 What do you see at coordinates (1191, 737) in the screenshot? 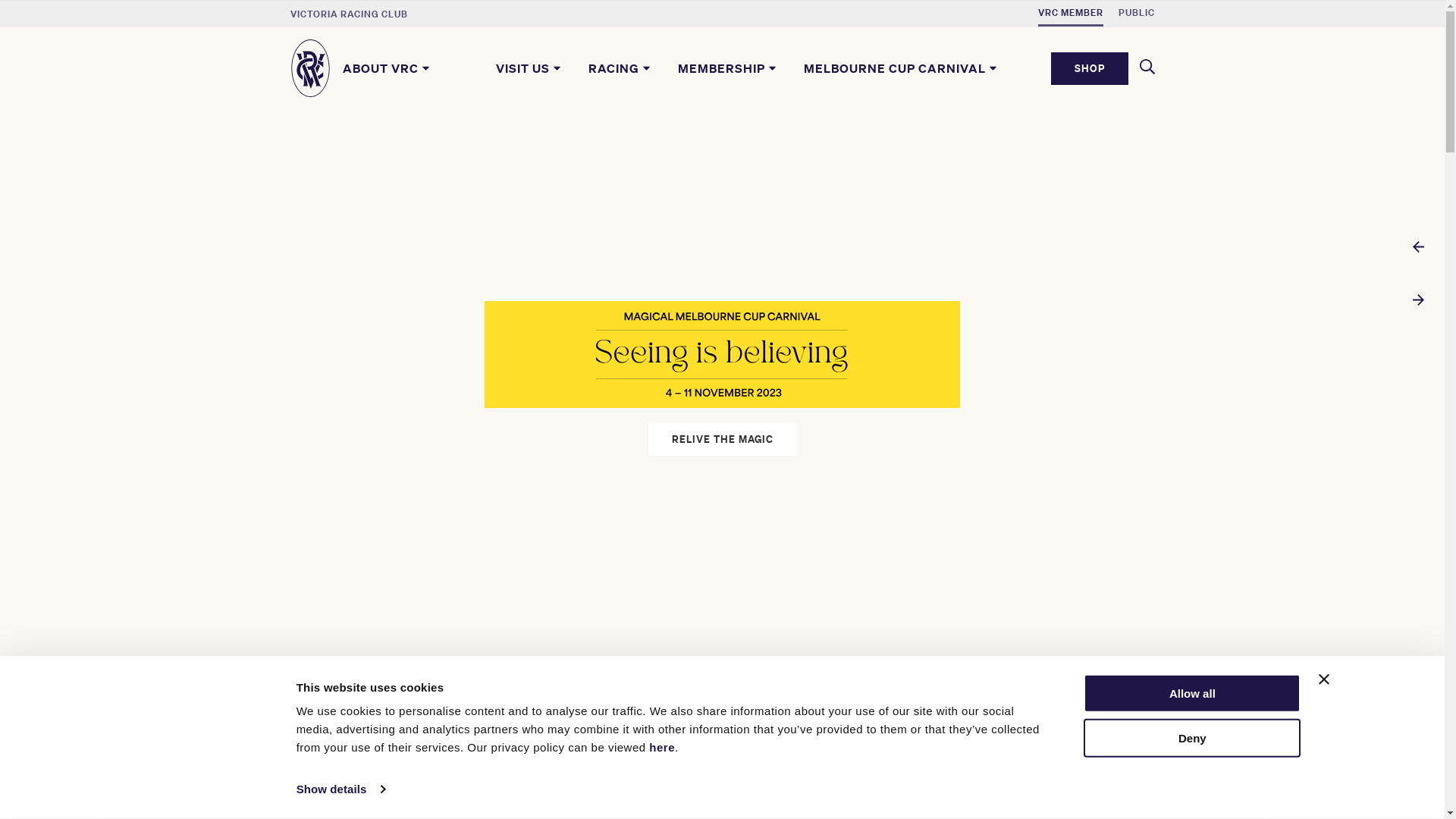
I see `'Deny'` at bounding box center [1191, 737].